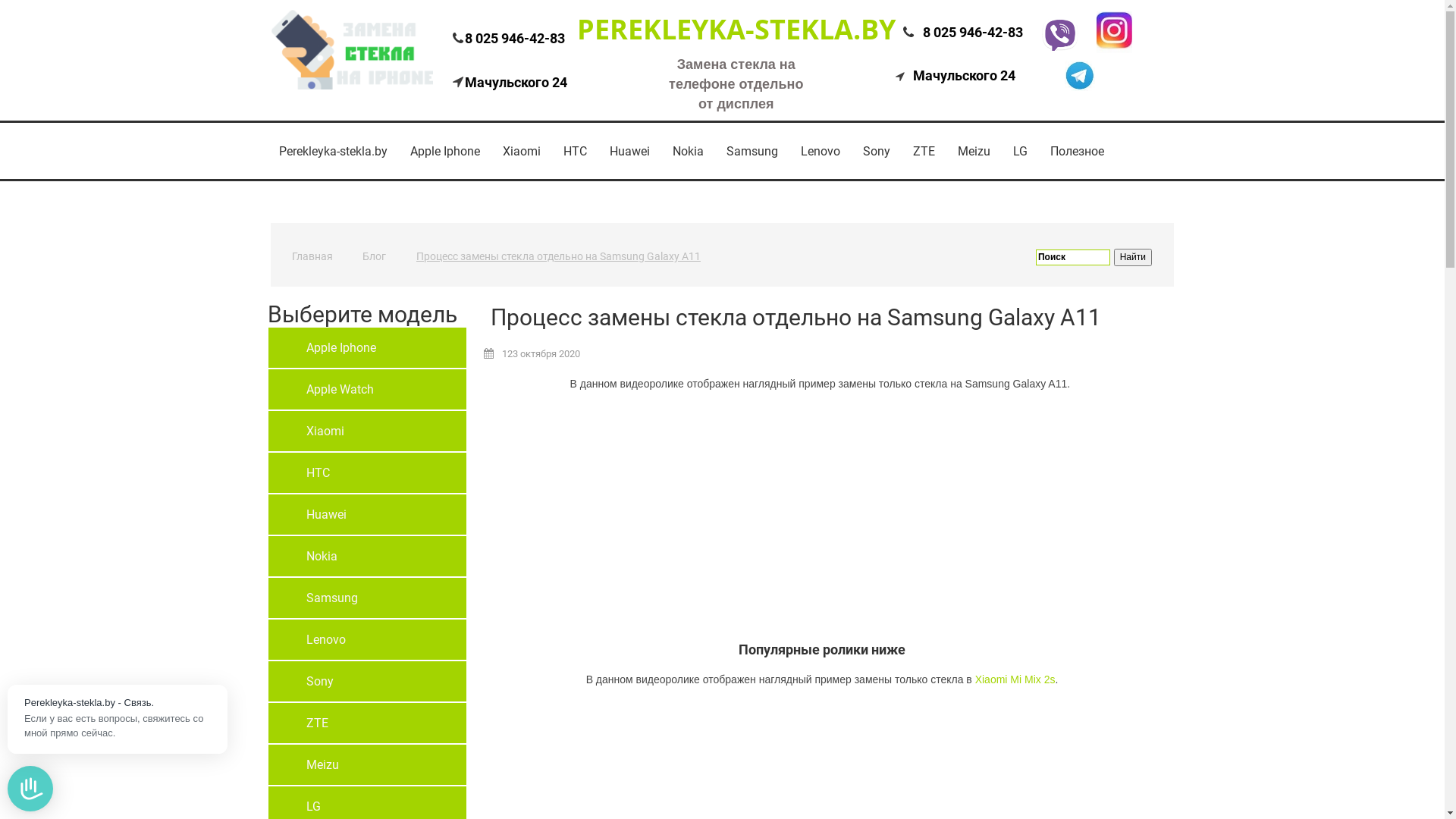 This screenshot has width=1456, height=819. Describe the element at coordinates (876, 152) in the screenshot. I see `'Sony'` at that location.